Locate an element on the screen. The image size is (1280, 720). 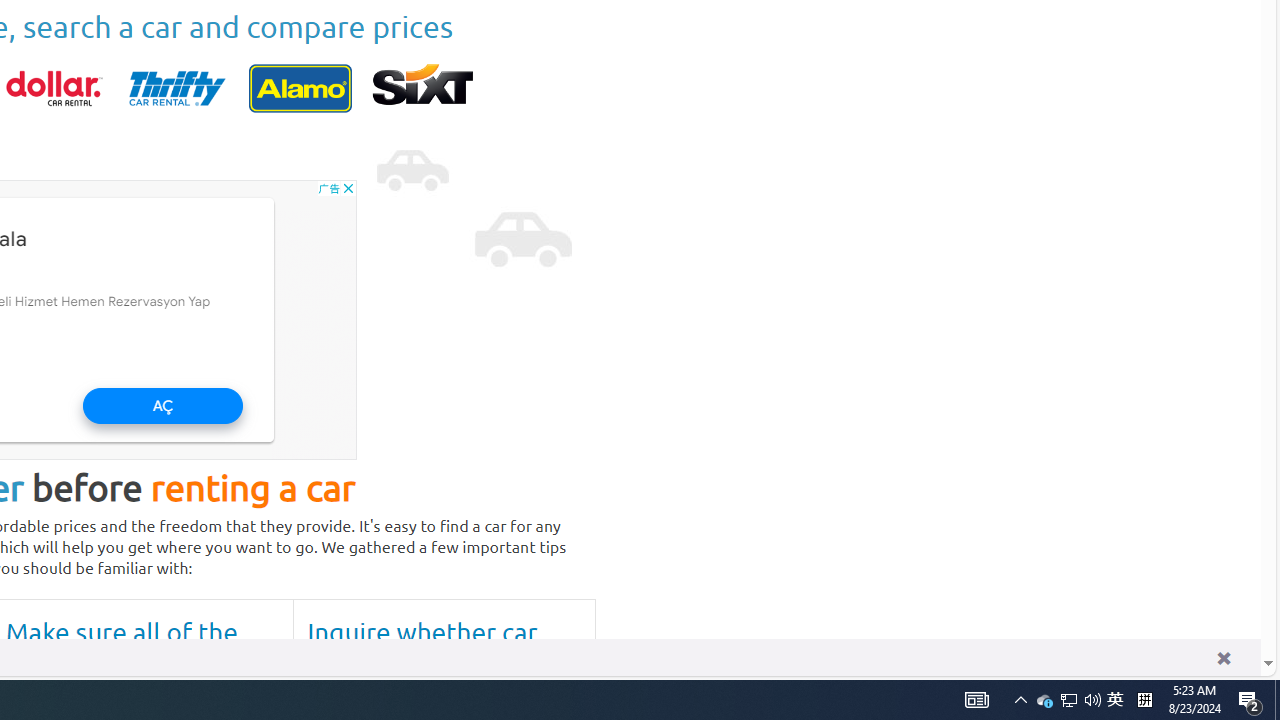
'dollar' is located at coordinates (54, 87).